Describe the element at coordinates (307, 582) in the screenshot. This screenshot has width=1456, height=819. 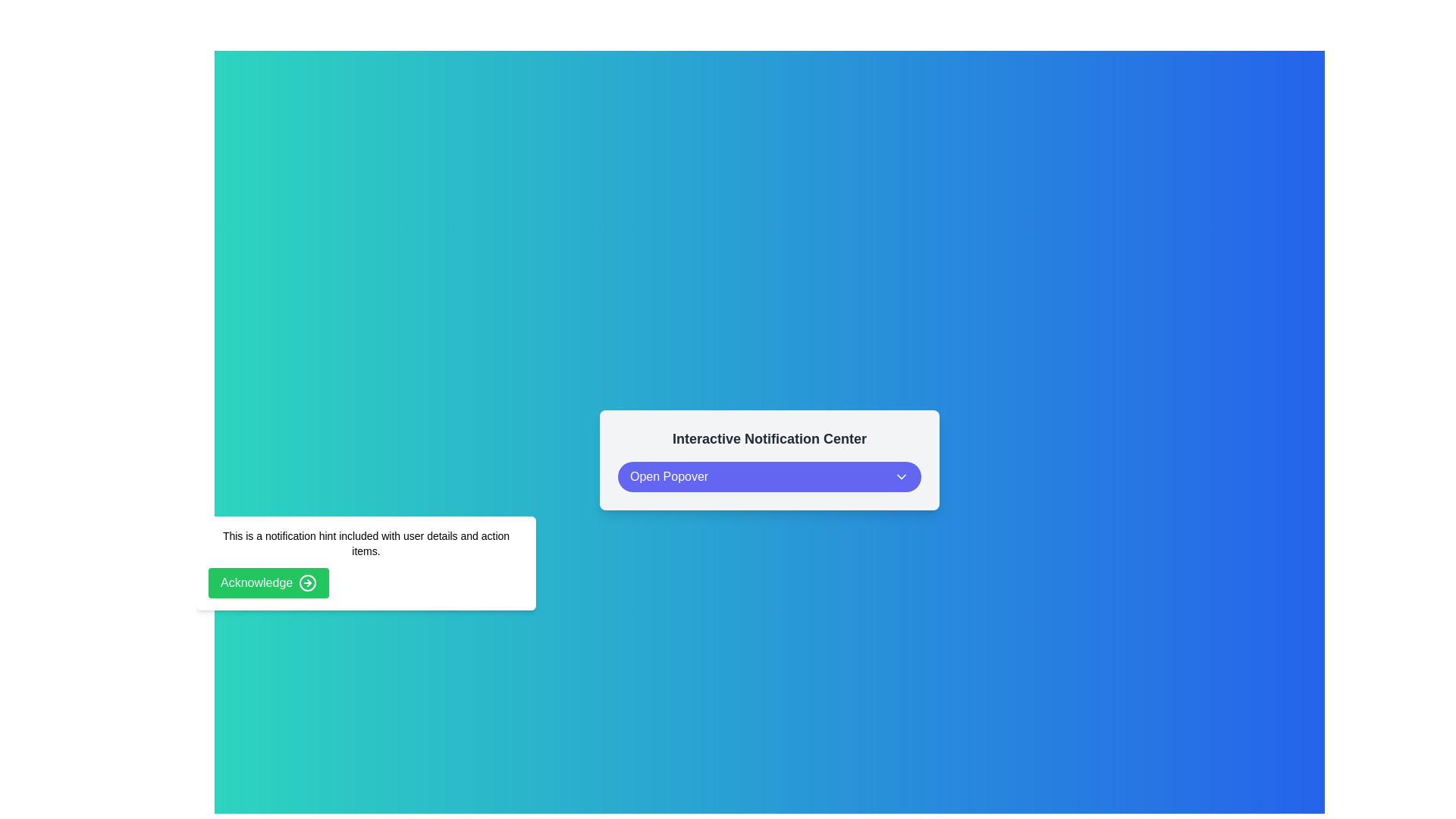
I see `the interactive icon located on the far right side of the green 'Acknowledge' button` at that location.